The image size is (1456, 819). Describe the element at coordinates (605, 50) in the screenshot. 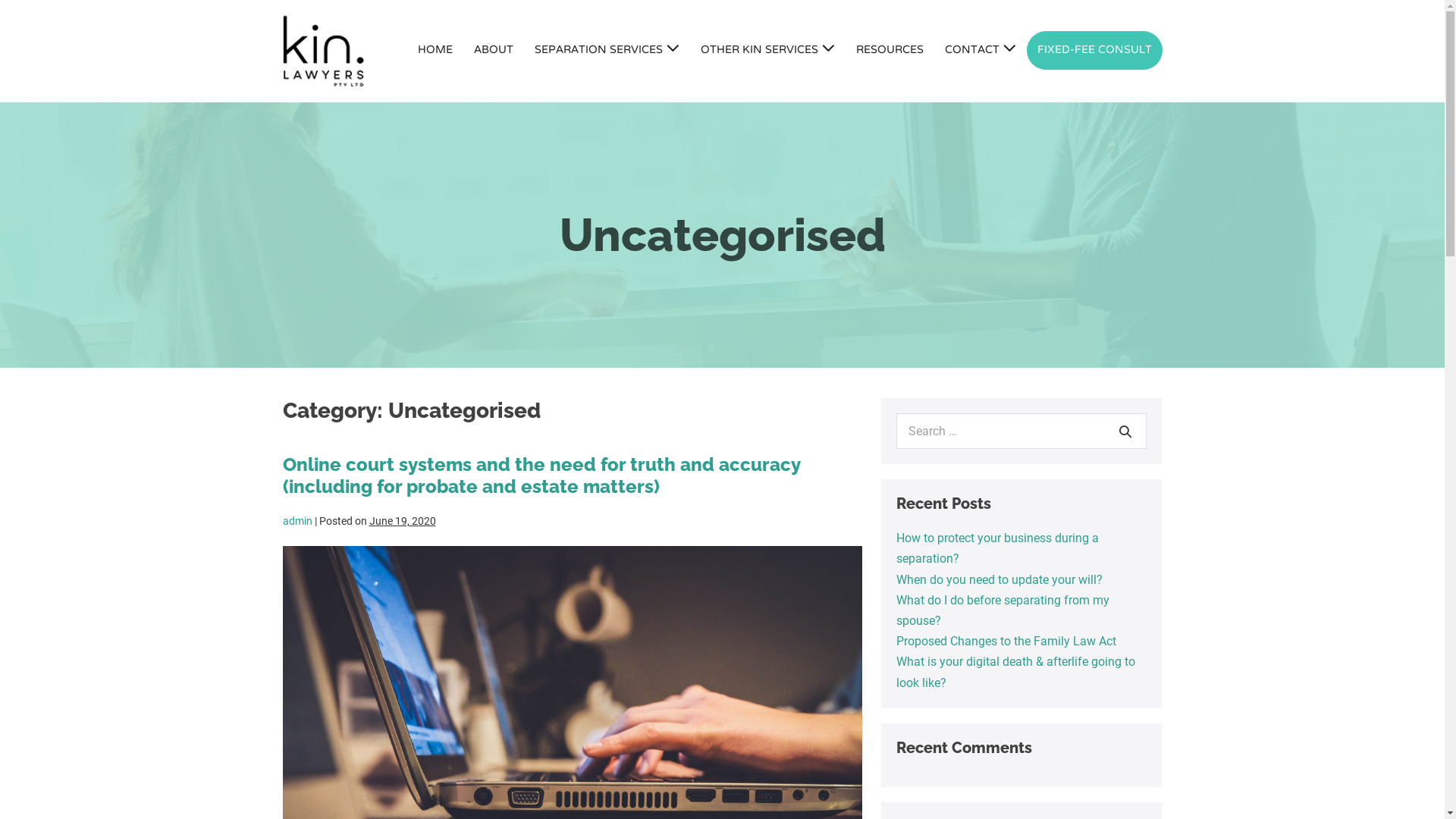

I see `'SEPARATION SERVICES'` at that location.